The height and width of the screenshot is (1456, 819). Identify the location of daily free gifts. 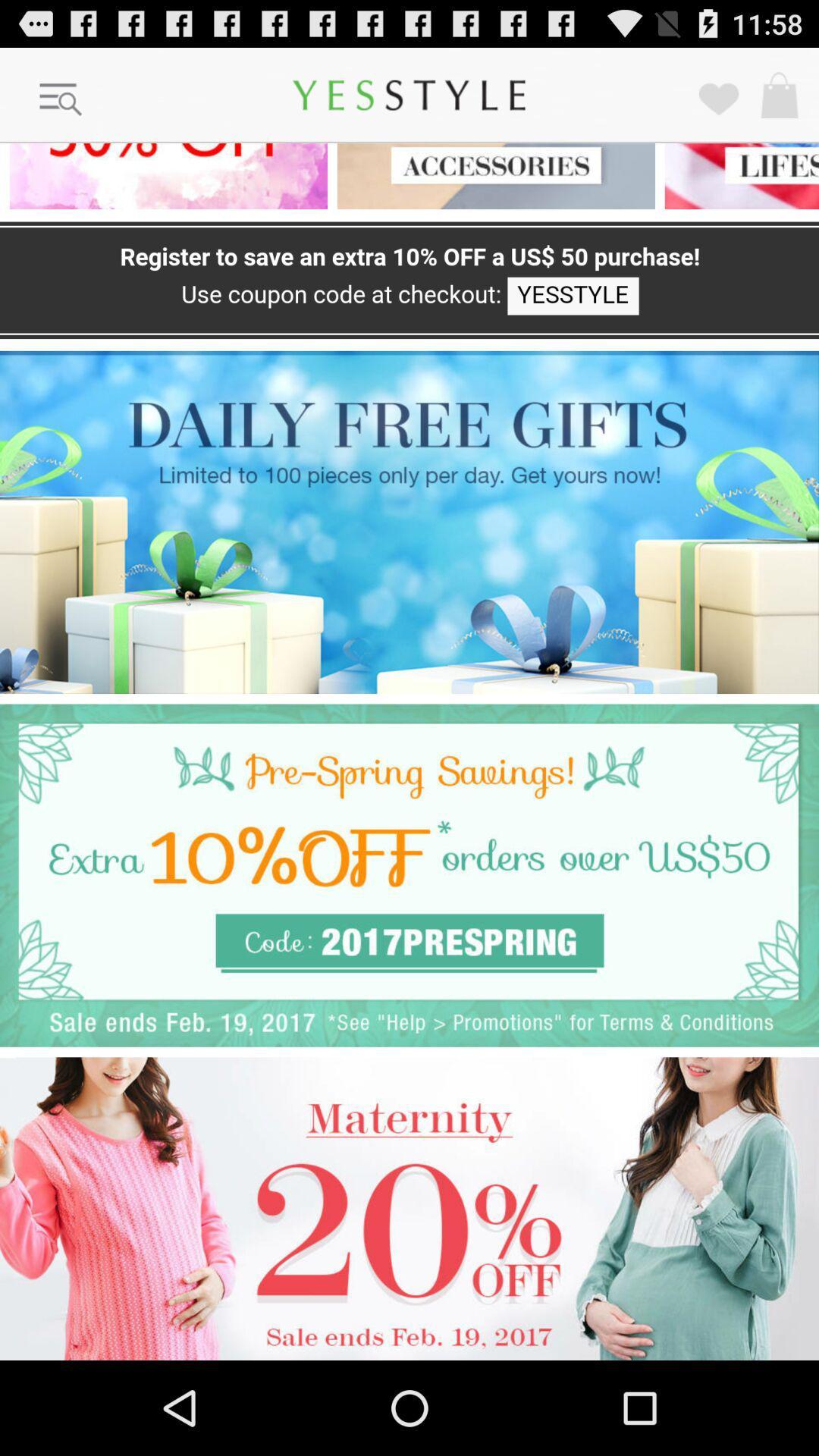
(409, 522).